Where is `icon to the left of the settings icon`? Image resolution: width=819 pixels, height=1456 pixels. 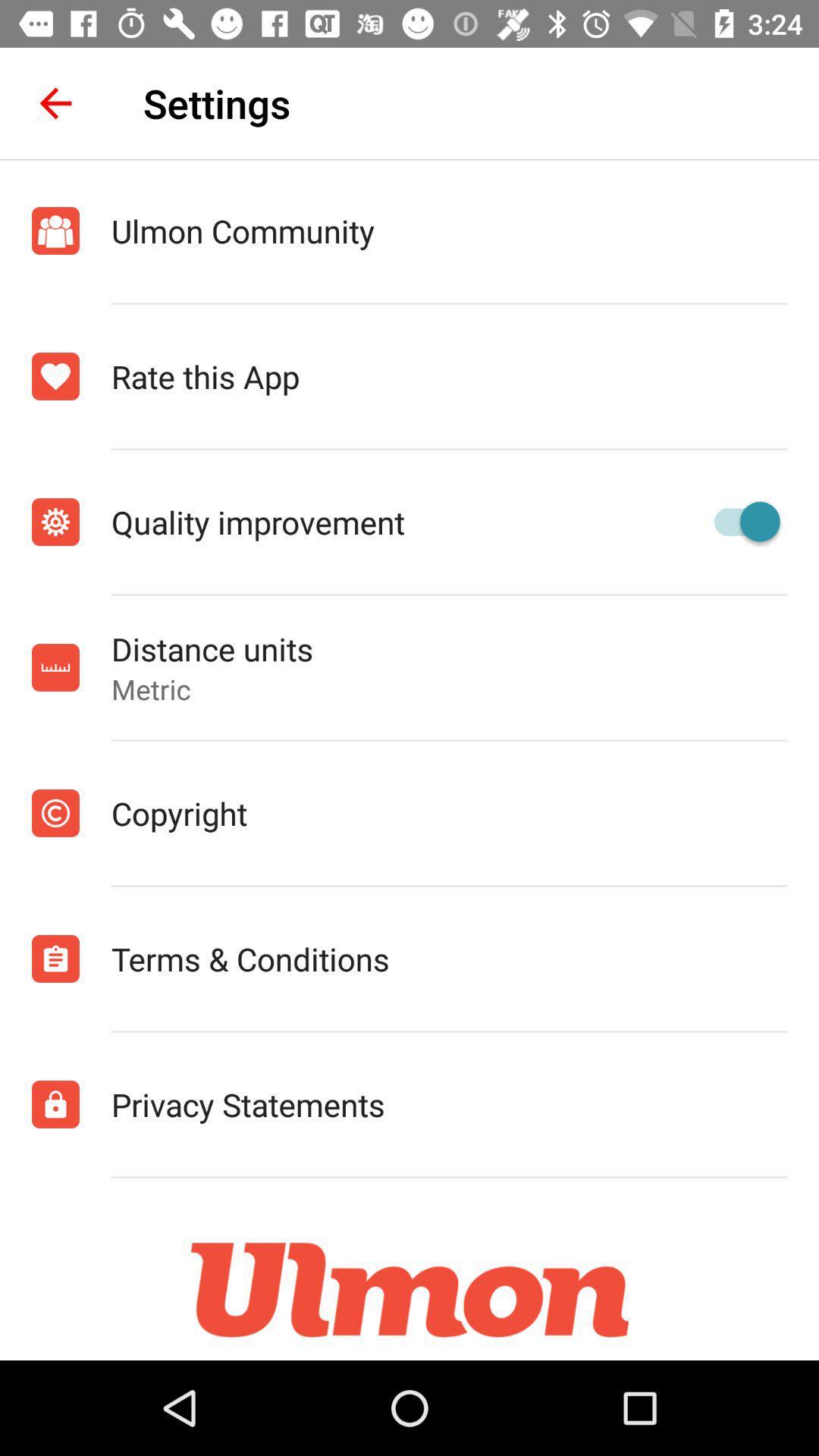 icon to the left of the settings icon is located at coordinates (55, 102).